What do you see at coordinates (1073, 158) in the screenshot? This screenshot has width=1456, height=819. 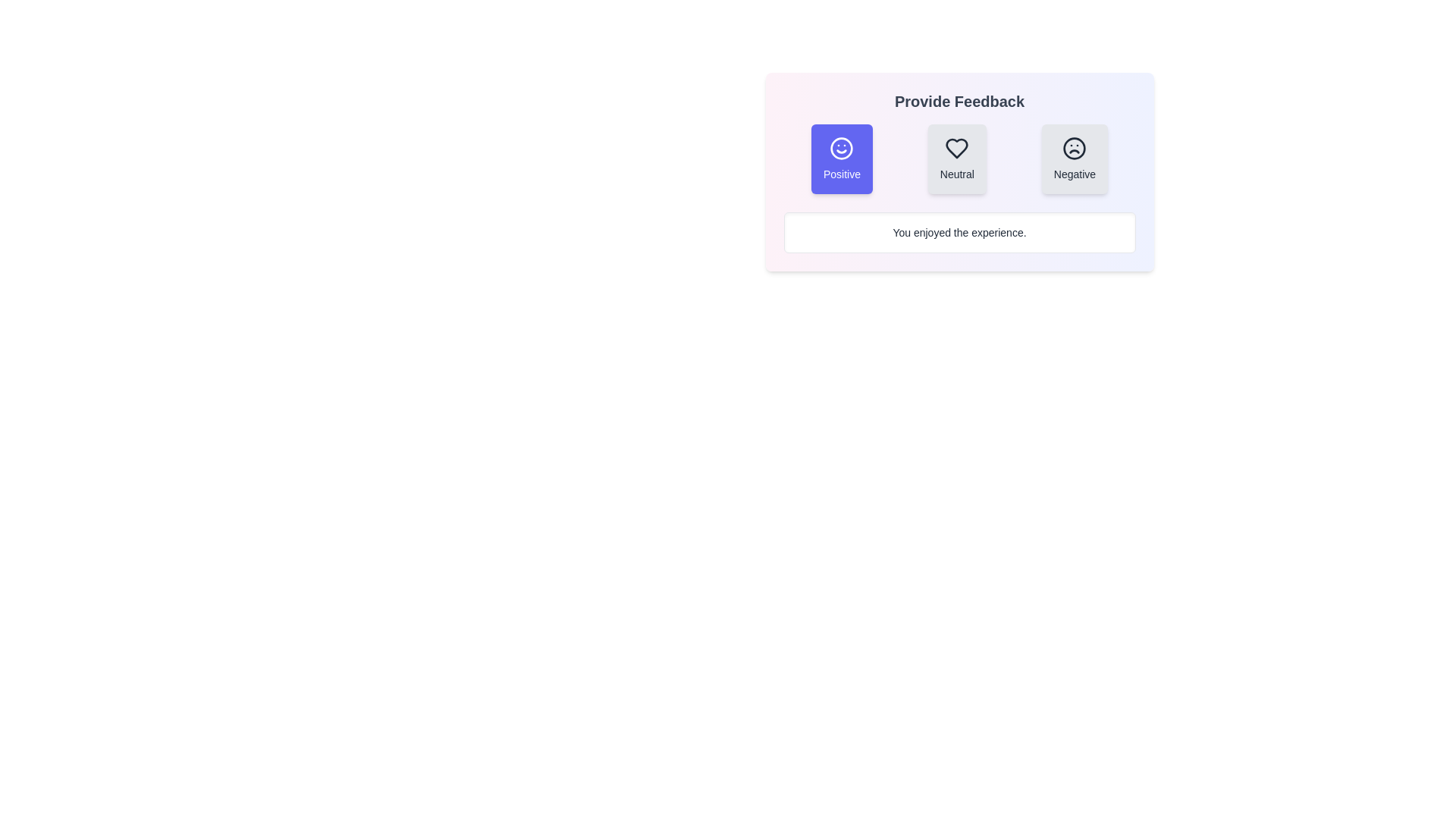 I see `the feedback option Negative by clicking the corresponding button` at bounding box center [1073, 158].